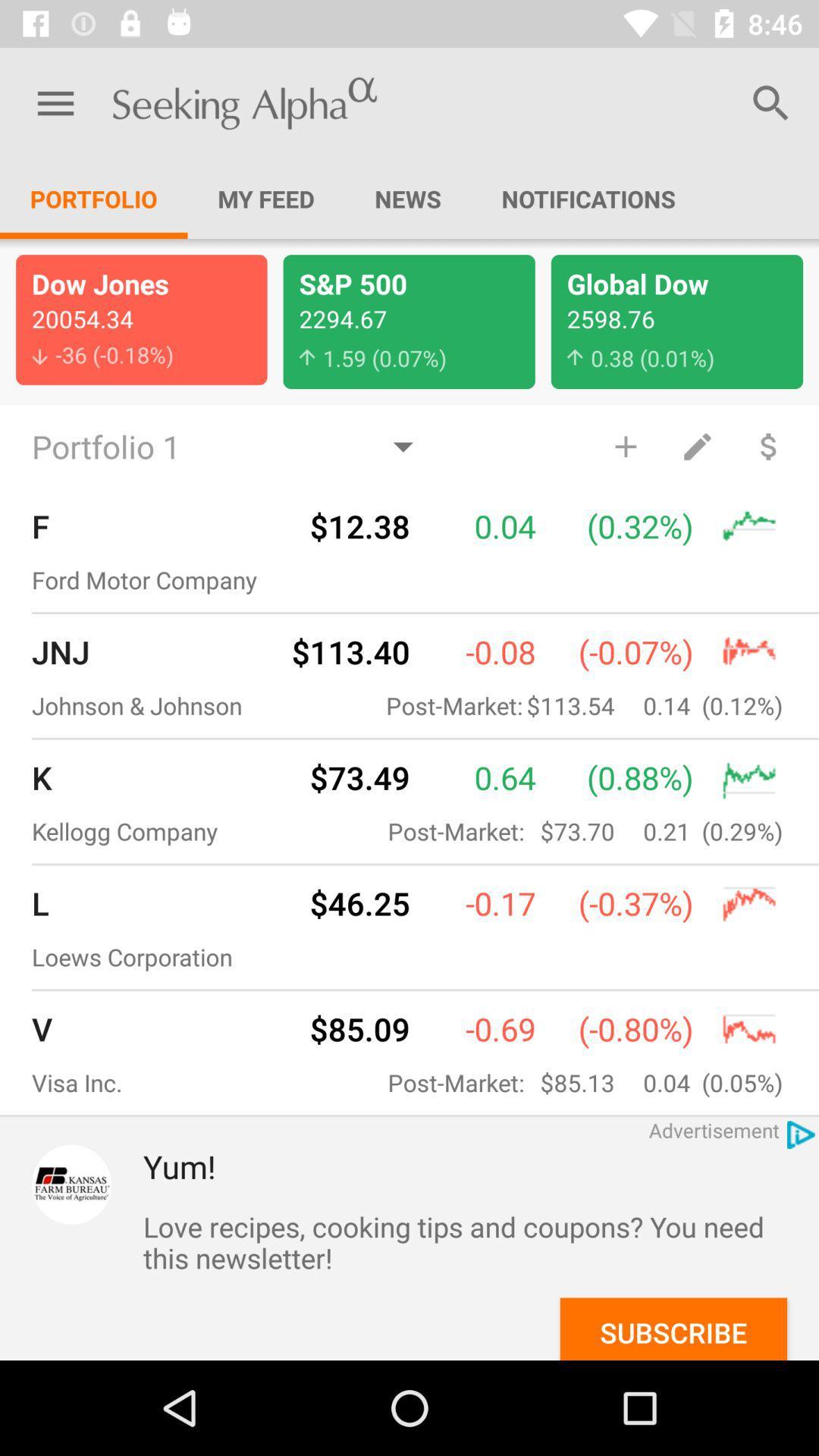 The width and height of the screenshot is (819, 1456). Describe the element at coordinates (626, 445) in the screenshot. I see `to portfolio` at that location.